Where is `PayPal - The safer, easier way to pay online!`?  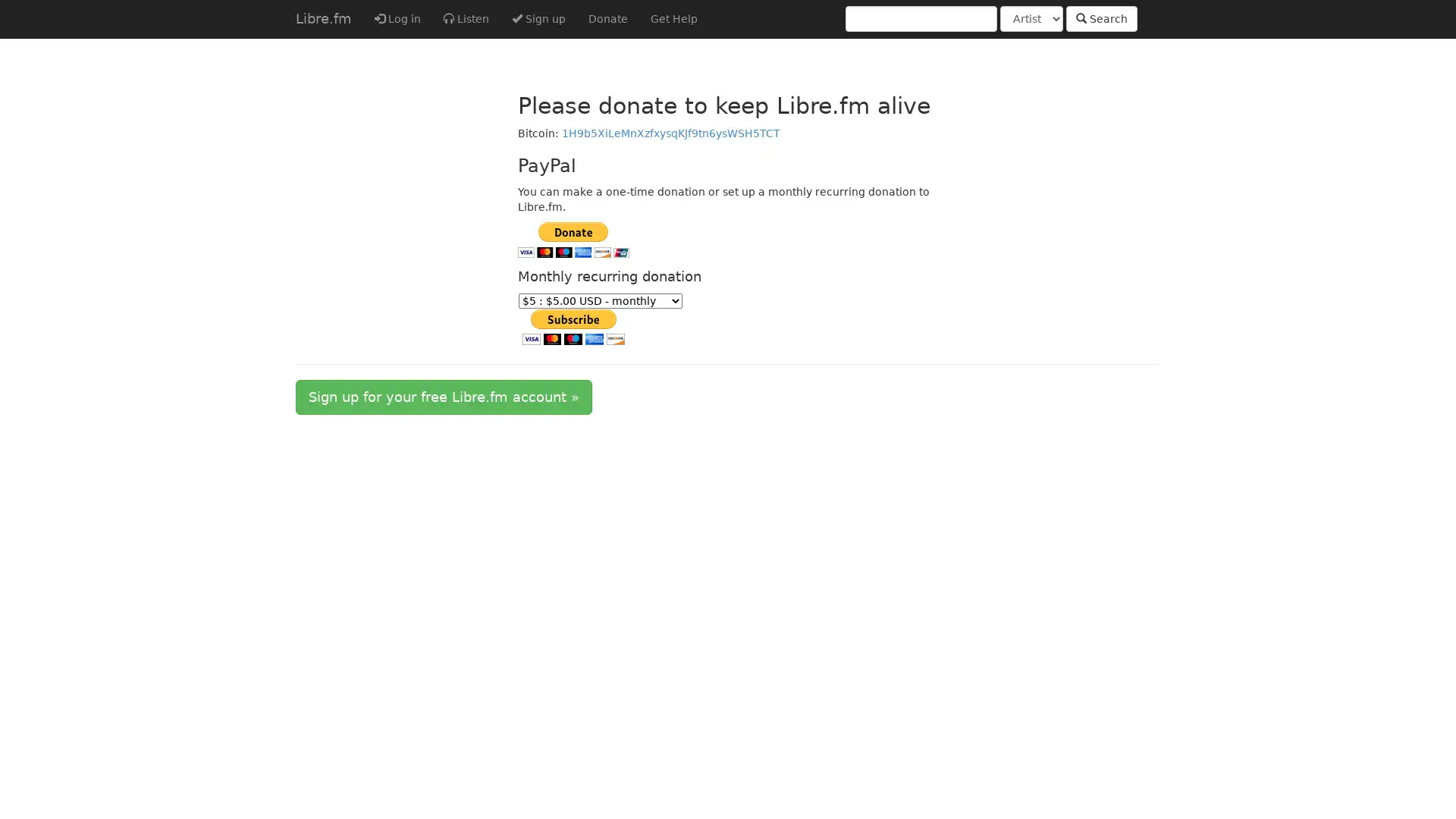
PayPal - The safer, easier way to pay online! is located at coordinates (572, 239).